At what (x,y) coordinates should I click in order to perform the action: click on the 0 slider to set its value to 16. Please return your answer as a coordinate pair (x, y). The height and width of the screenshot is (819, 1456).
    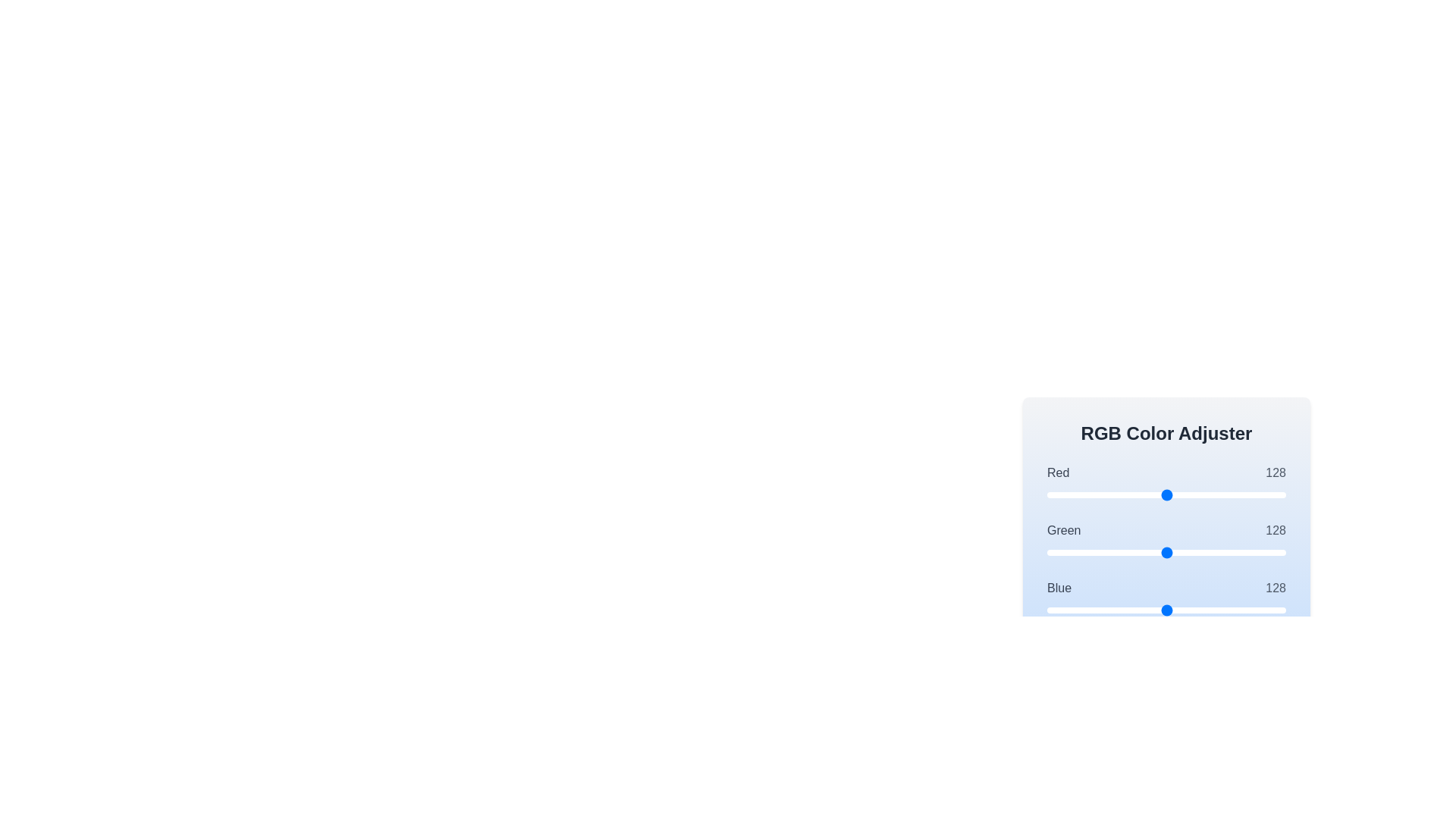
    Looking at the image, I should click on (1061, 494).